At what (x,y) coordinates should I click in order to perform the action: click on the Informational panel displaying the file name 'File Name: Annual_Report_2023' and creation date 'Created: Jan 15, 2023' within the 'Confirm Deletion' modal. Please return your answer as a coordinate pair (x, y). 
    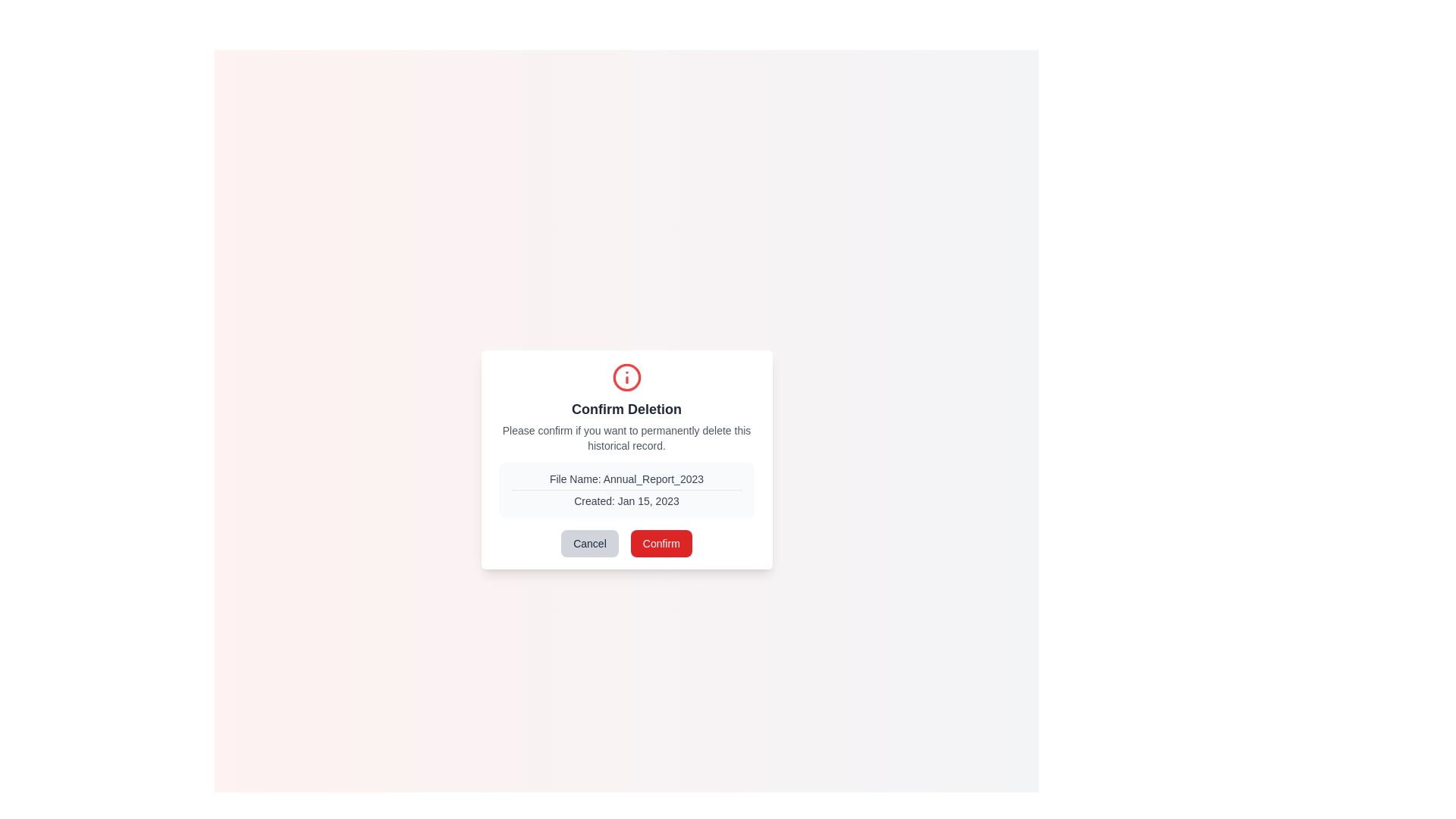
    Looking at the image, I should click on (626, 489).